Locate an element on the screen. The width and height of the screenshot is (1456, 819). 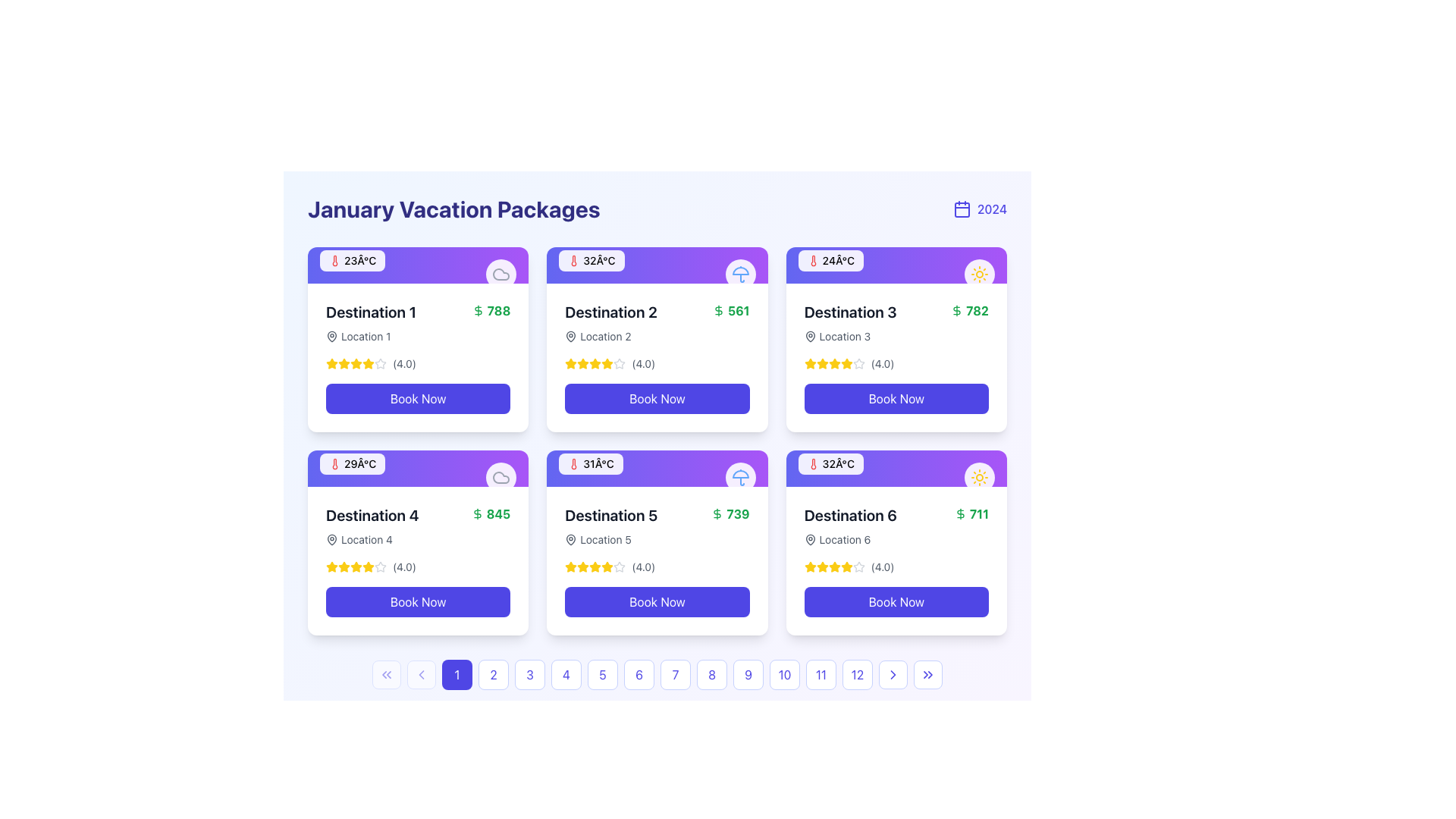
the fourth star in the rating row for the 'Destination 5' card is located at coordinates (620, 566).